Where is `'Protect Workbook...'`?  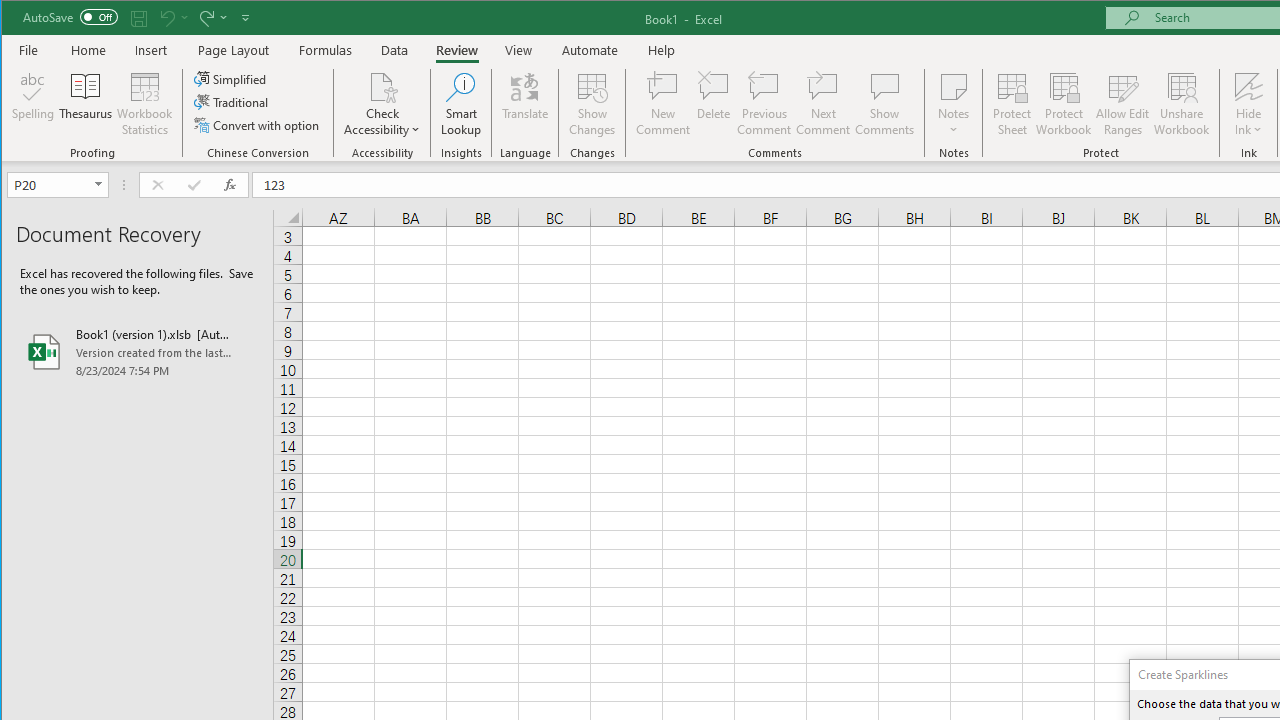 'Protect Workbook...' is located at coordinates (1063, 104).